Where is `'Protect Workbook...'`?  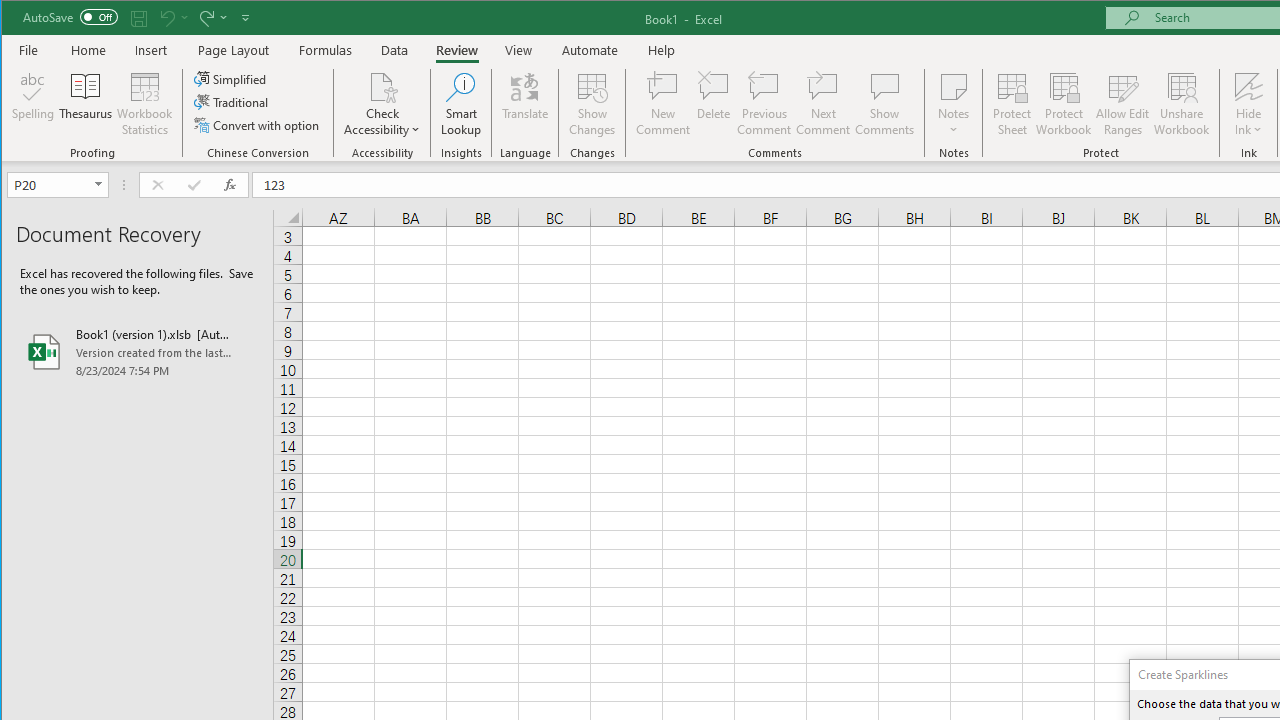 'Protect Workbook...' is located at coordinates (1063, 104).